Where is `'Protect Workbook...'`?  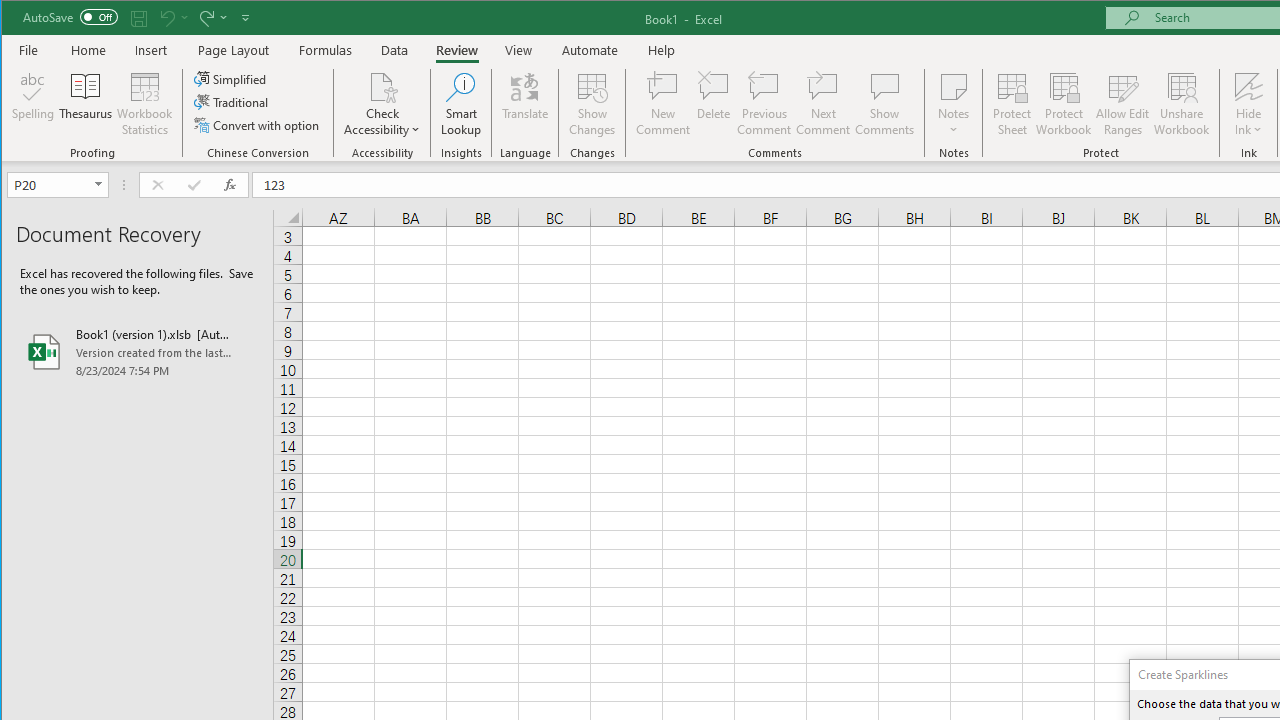 'Protect Workbook...' is located at coordinates (1063, 104).